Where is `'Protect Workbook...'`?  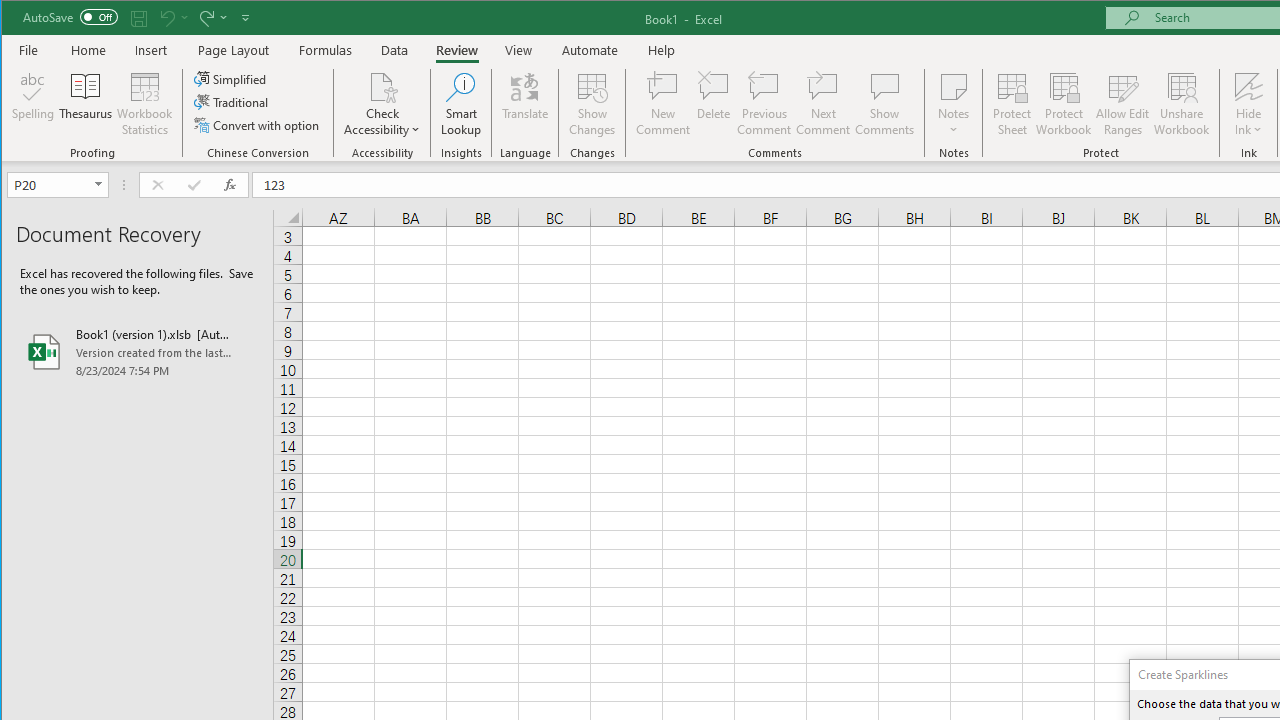 'Protect Workbook...' is located at coordinates (1063, 104).